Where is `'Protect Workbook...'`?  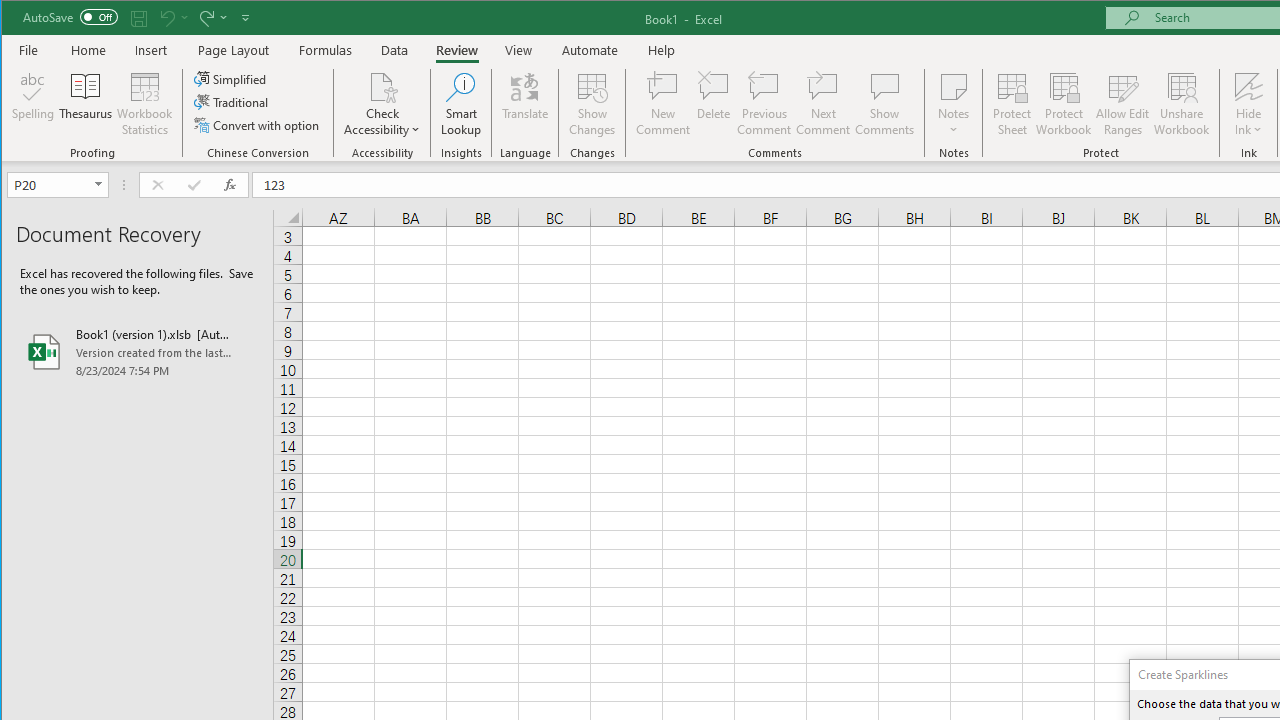 'Protect Workbook...' is located at coordinates (1063, 104).